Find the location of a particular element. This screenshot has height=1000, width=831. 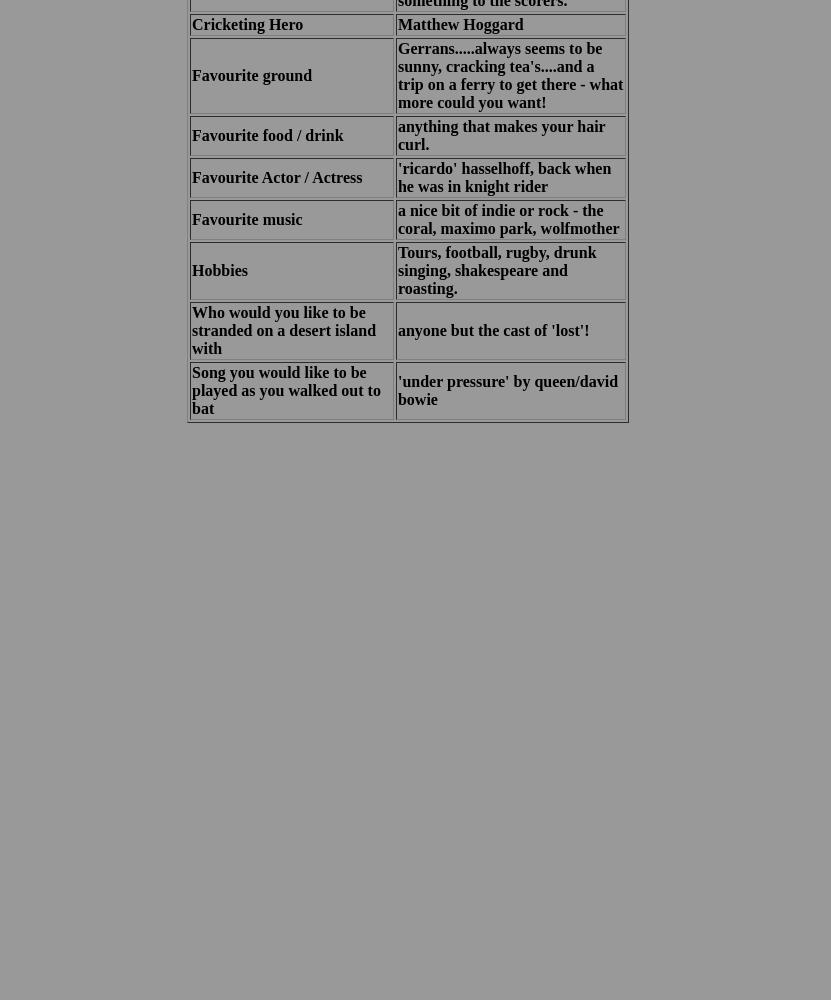

''under pressure' by queen/david bowie' is located at coordinates (507, 390).